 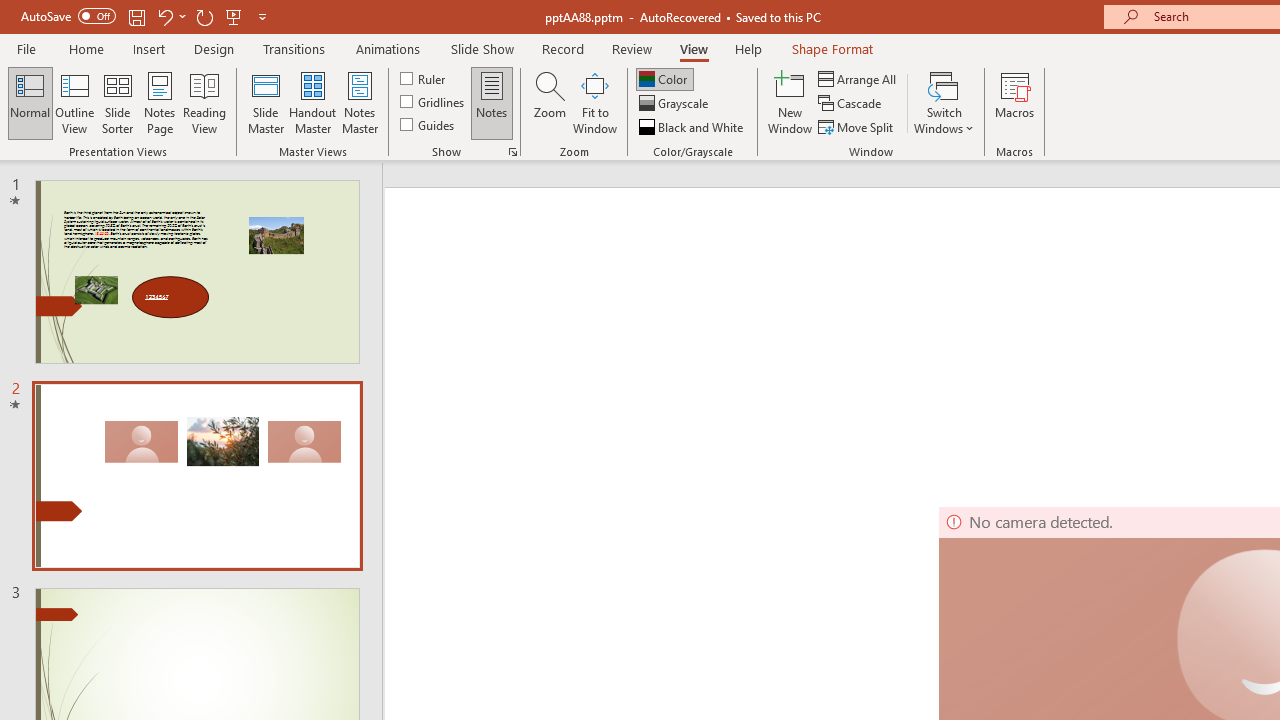 What do you see at coordinates (264, 103) in the screenshot?
I see `'Slide Master'` at bounding box center [264, 103].